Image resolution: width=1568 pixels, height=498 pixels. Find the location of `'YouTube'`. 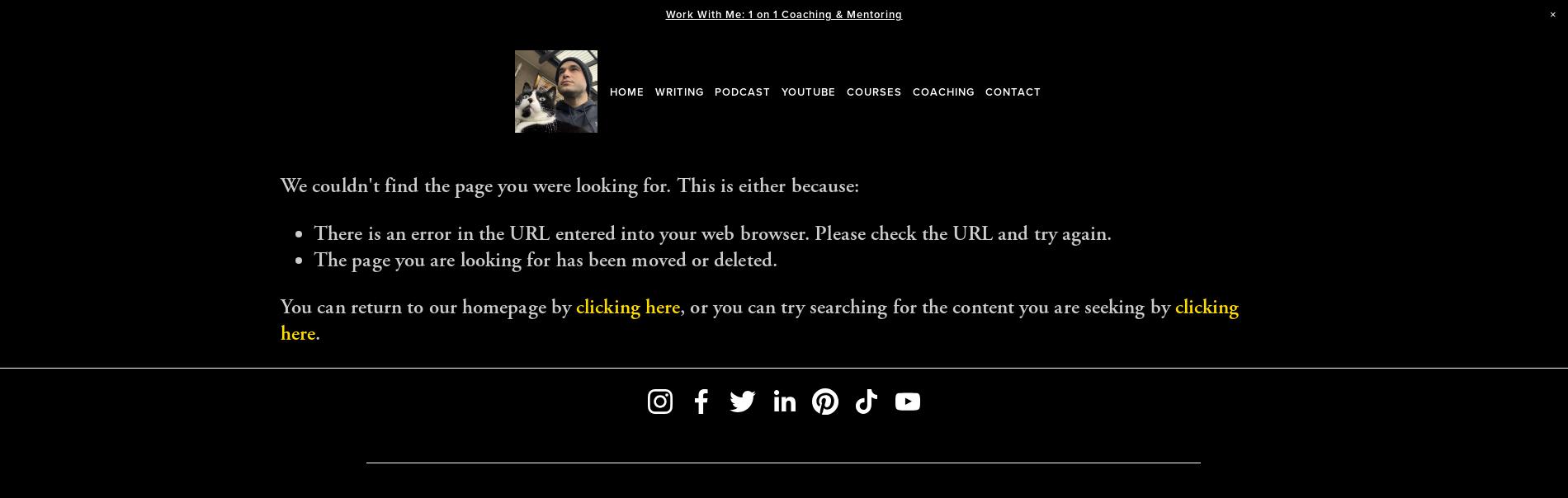

'YouTube' is located at coordinates (809, 91).